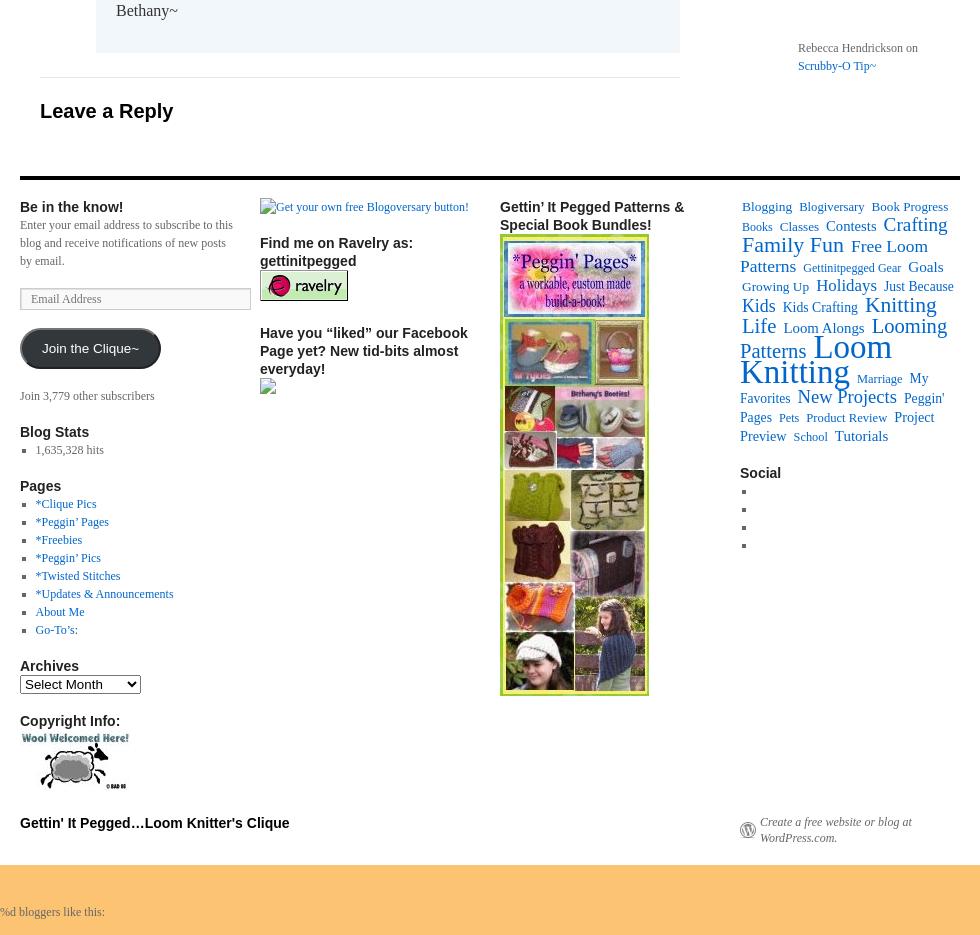 The width and height of the screenshot is (980, 935). What do you see at coordinates (592, 214) in the screenshot?
I see `'Gettin’ It Pegged Patterns & Special Book Bundles!'` at bounding box center [592, 214].